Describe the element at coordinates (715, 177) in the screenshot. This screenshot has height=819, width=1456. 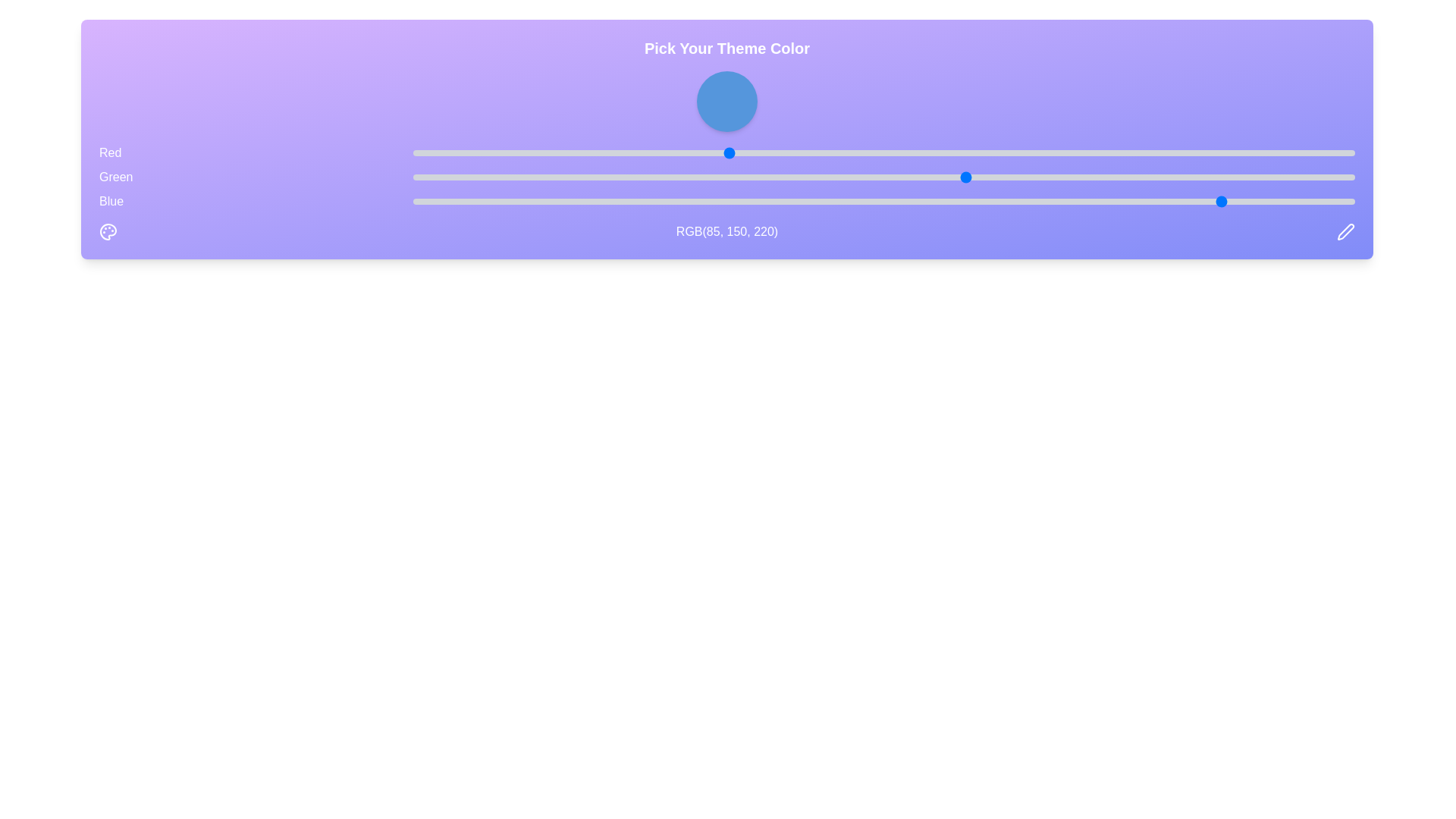
I see `the green color intensity` at that location.